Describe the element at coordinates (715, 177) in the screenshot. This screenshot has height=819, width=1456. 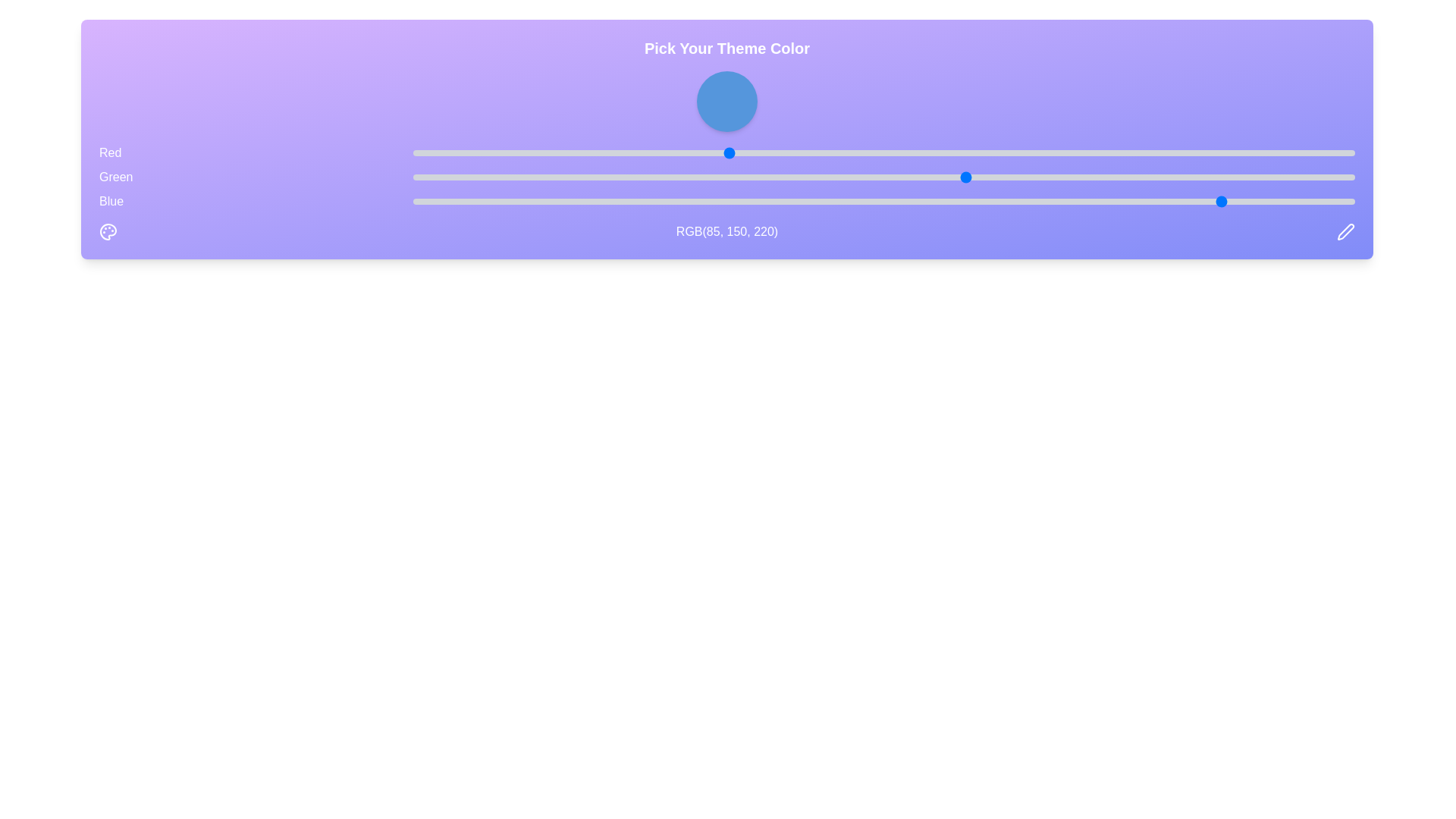
I see `the green color intensity` at that location.